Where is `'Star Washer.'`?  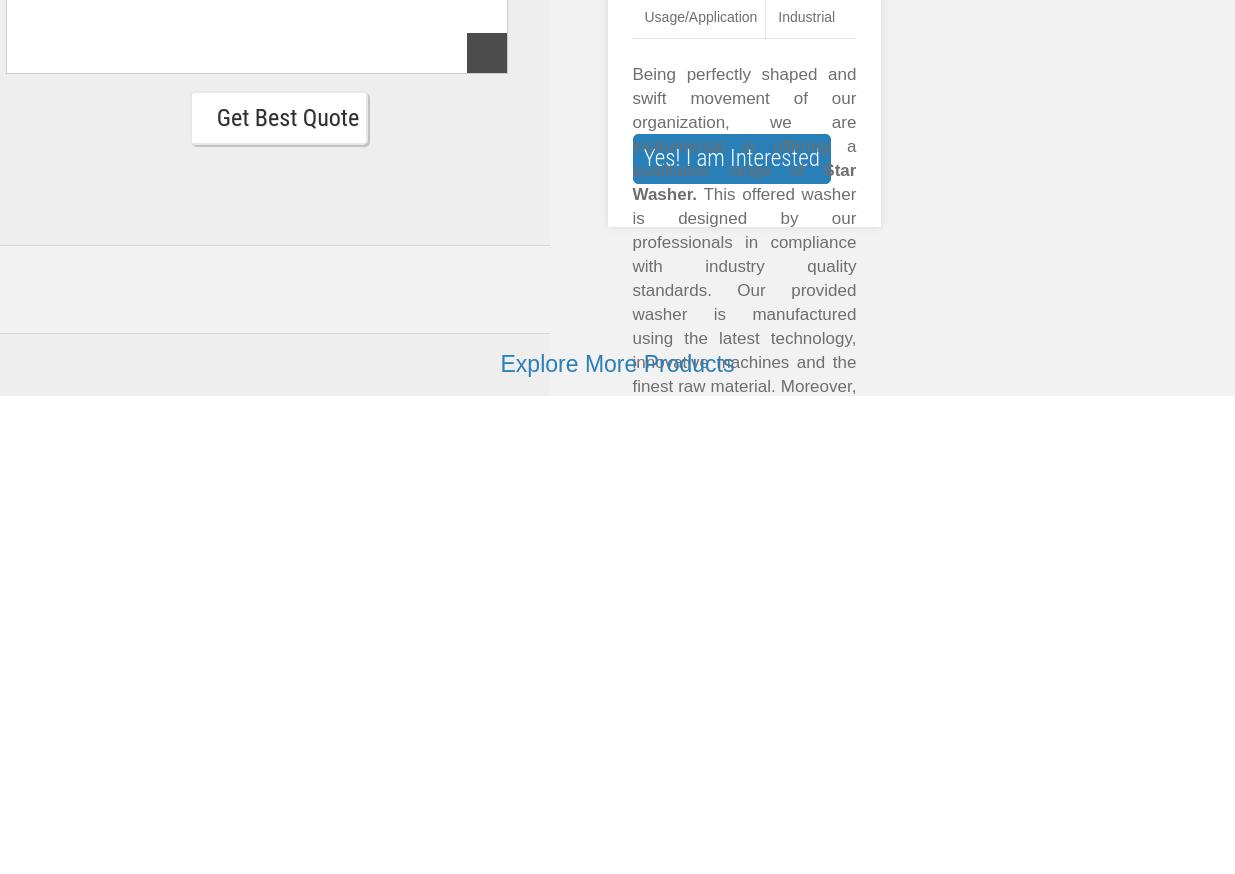 'Star Washer.' is located at coordinates (743, 181).